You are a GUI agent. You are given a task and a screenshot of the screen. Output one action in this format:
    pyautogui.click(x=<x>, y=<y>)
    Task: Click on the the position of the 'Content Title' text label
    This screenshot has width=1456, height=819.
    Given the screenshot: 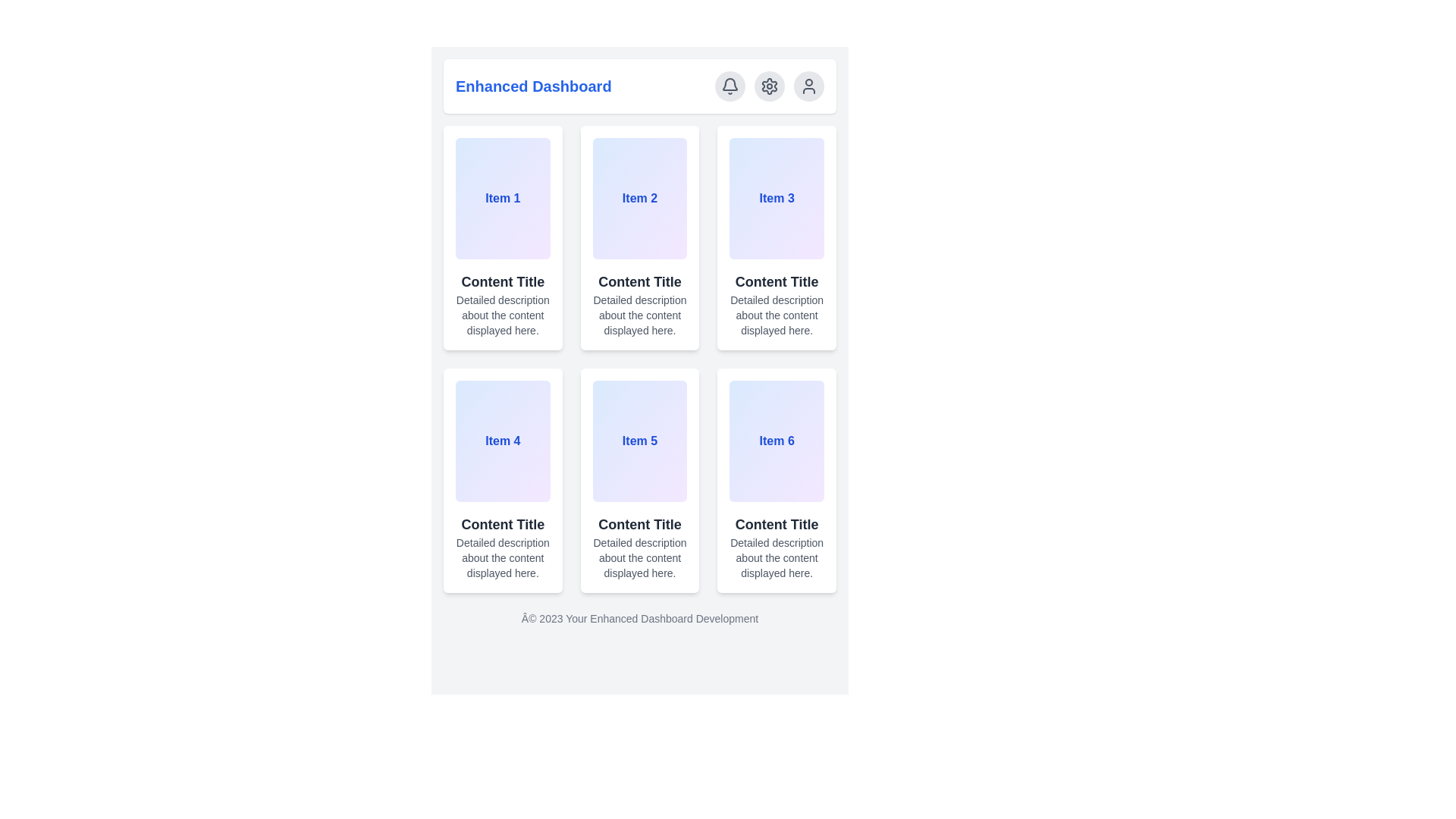 What is the action you would take?
    pyautogui.click(x=777, y=281)
    